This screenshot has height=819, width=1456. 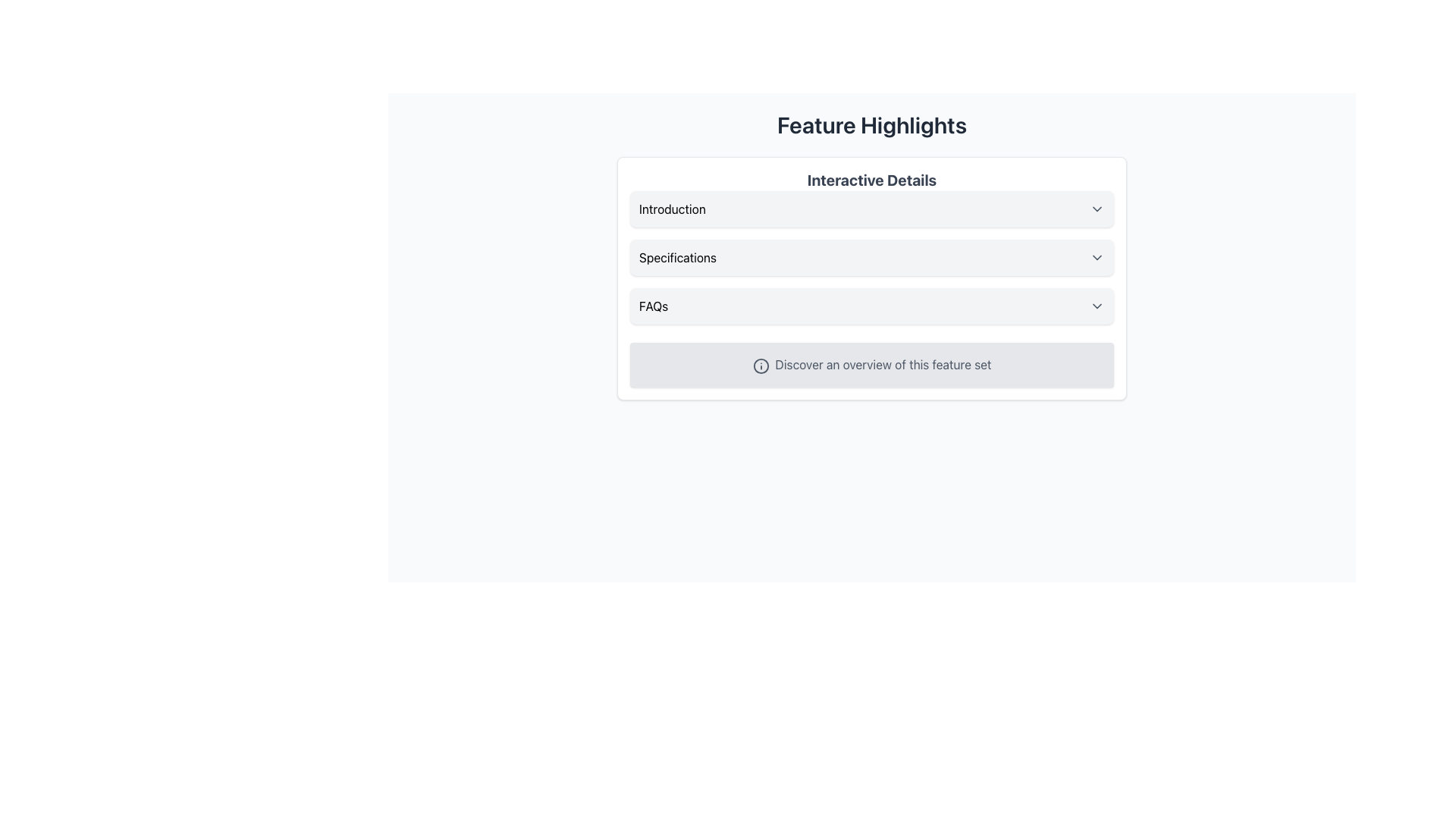 I want to click on the Chevron-Down icon located within the 'FAQs' section, so click(x=1097, y=306).